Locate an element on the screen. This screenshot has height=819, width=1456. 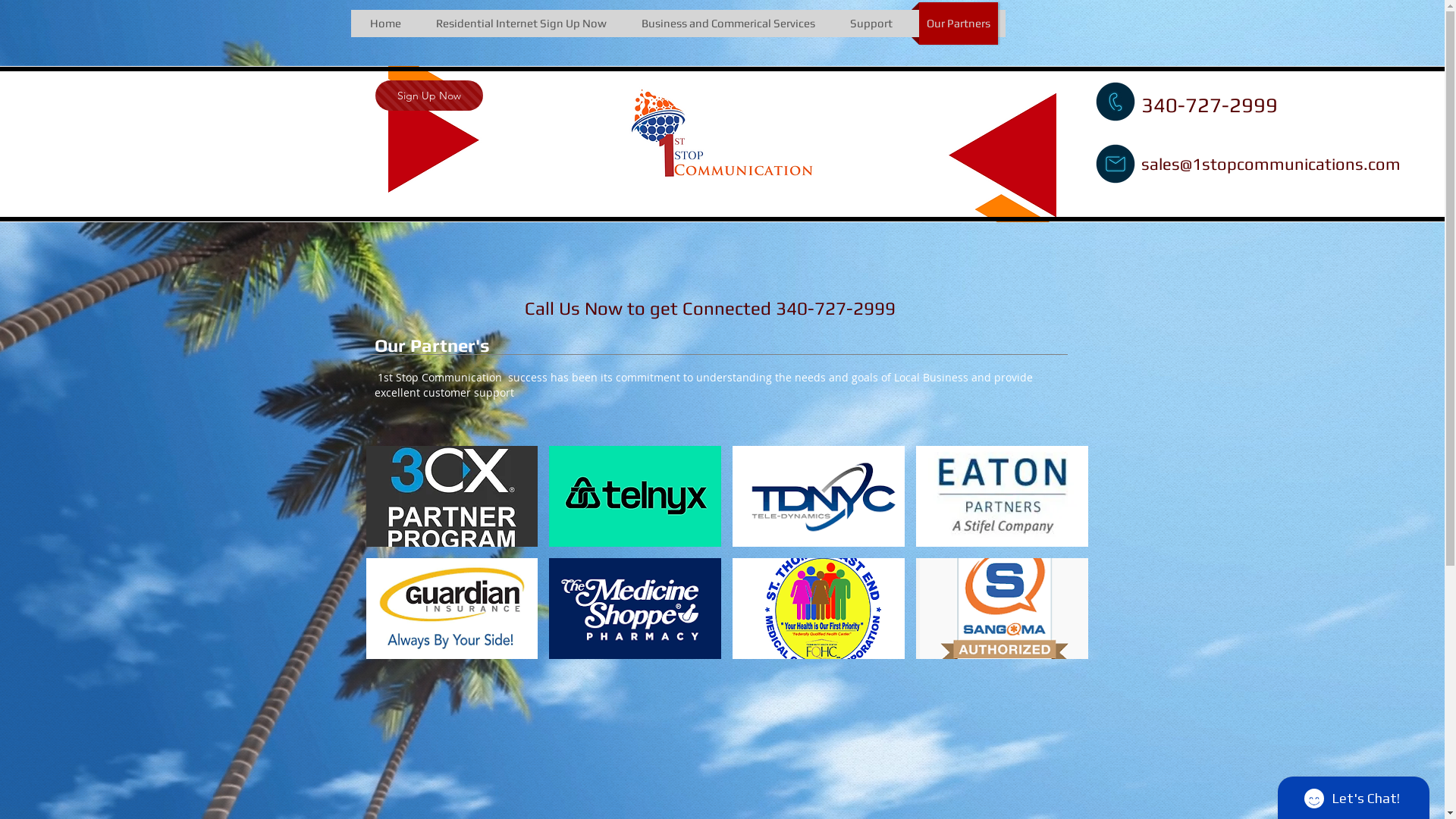
'Business and Commerical Services' is located at coordinates (626, 23).